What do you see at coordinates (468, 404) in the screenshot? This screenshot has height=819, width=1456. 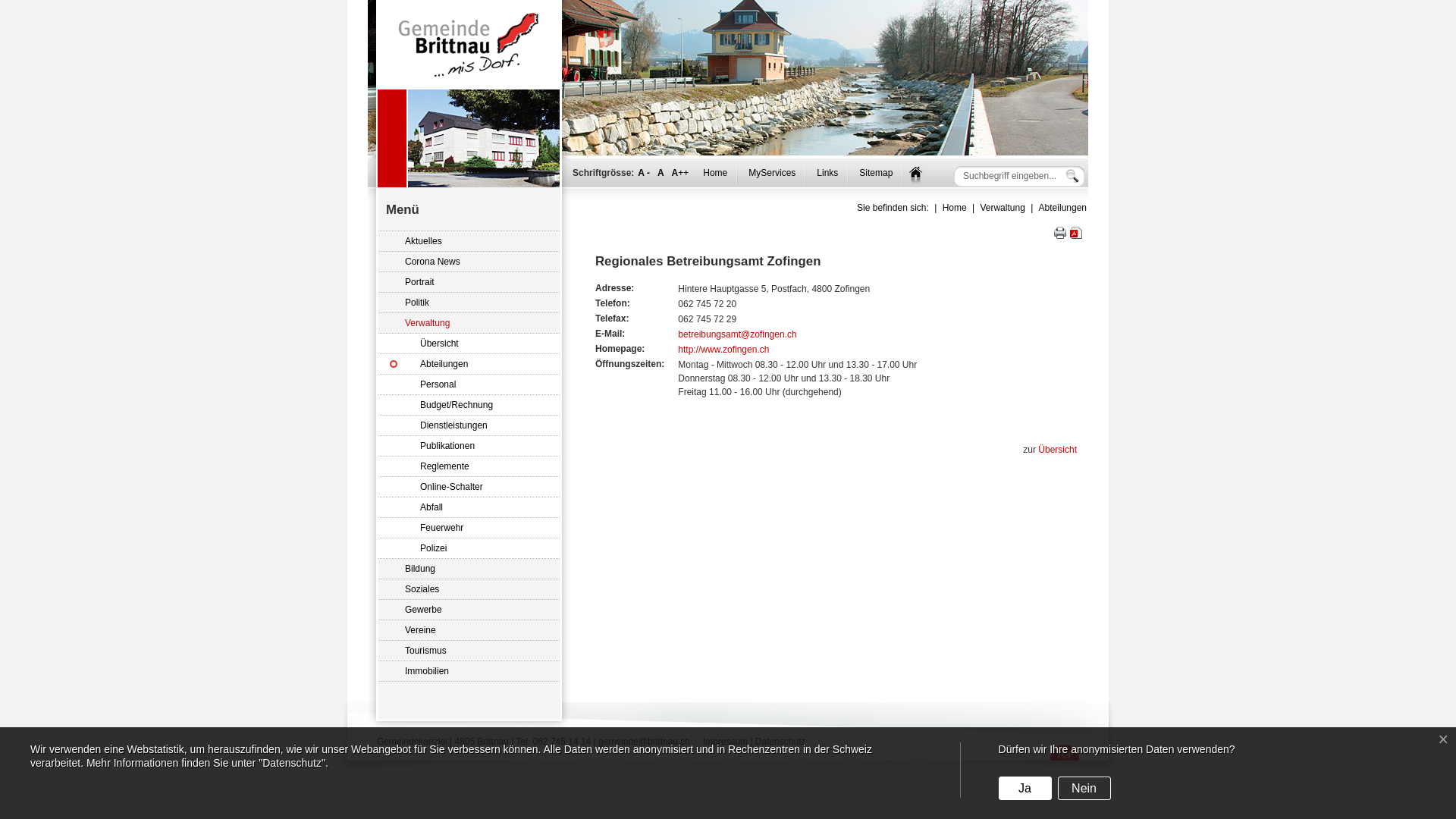 I see `'Budget/Rechnung'` at bounding box center [468, 404].